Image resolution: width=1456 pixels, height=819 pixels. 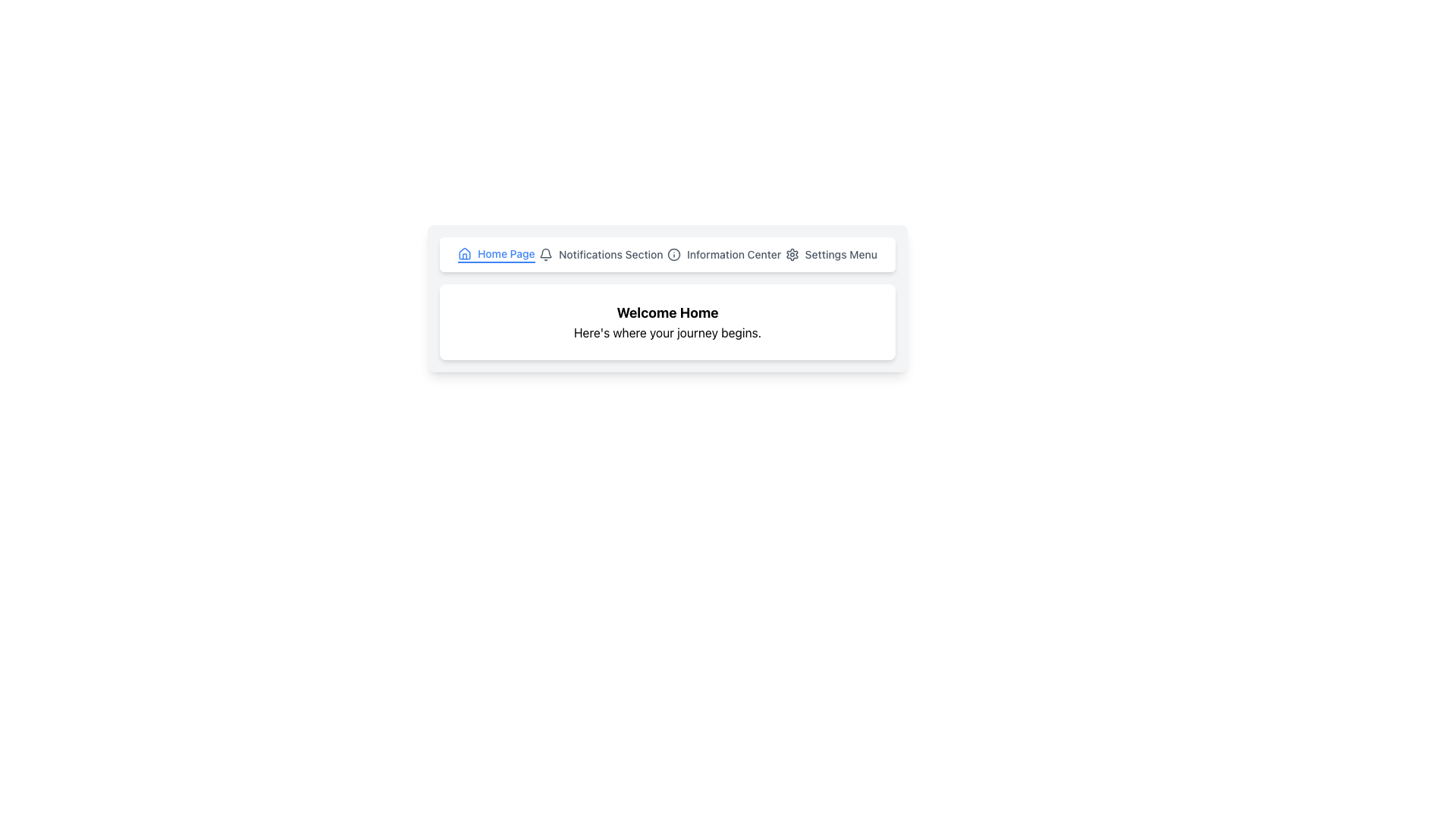 What do you see at coordinates (496, 253) in the screenshot?
I see `the Navigation Link that directs to the 'Home Page'` at bounding box center [496, 253].